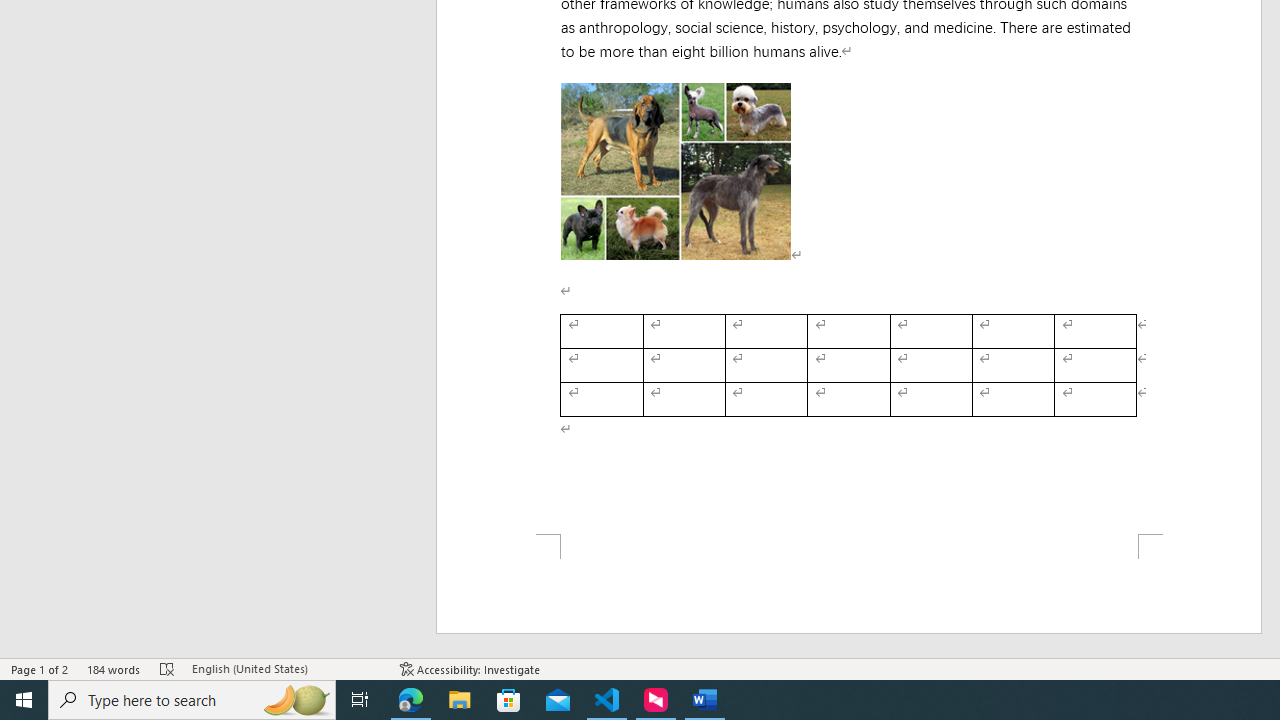  Describe the element at coordinates (459, 698) in the screenshot. I see `'File Explorer'` at that location.